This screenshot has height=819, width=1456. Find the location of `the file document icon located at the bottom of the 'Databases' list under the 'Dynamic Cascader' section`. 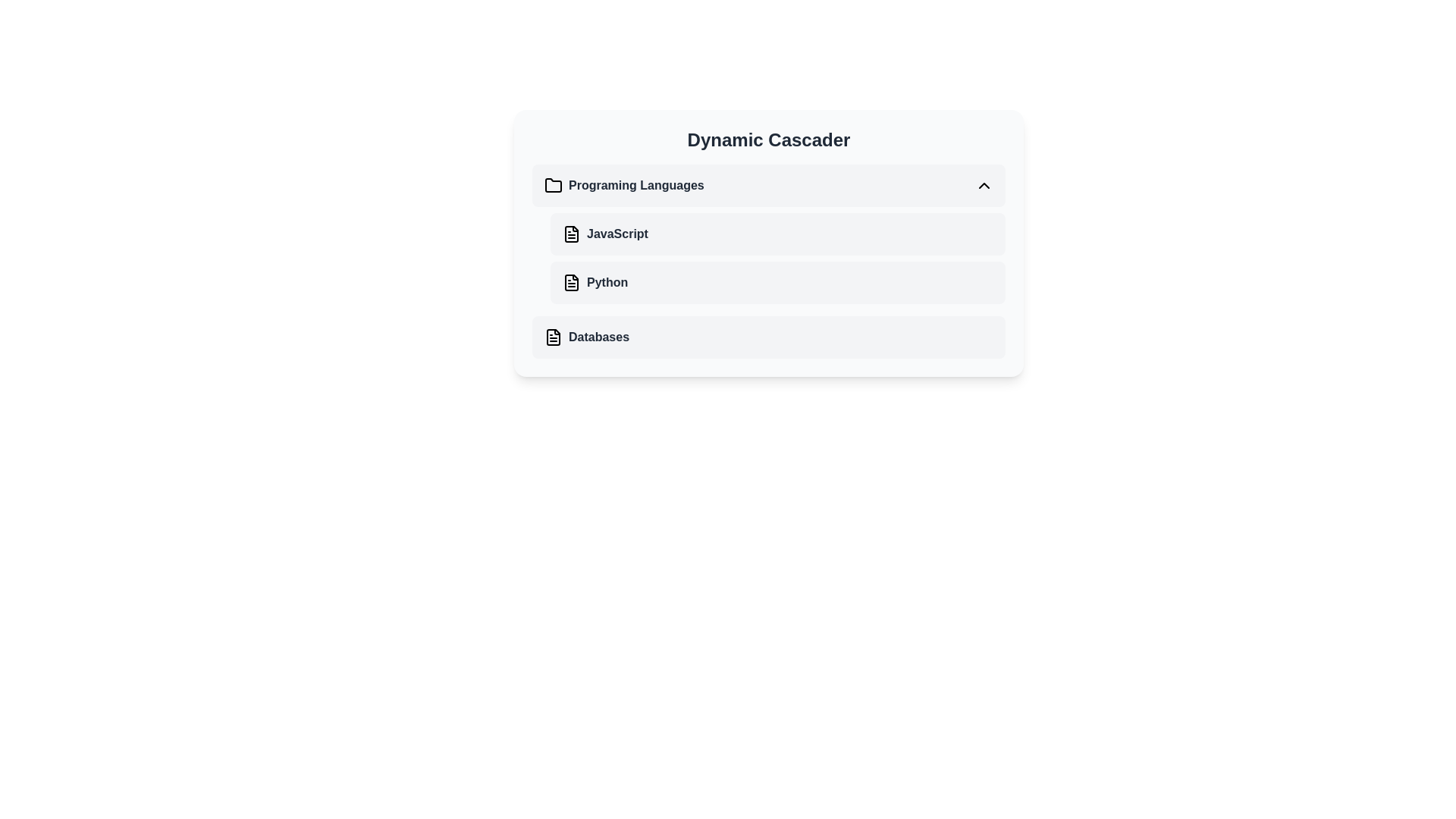

the file document icon located at the bottom of the 'Databases' list under the 'Dynamic Cascader' section is located at coordinates (552, 336).